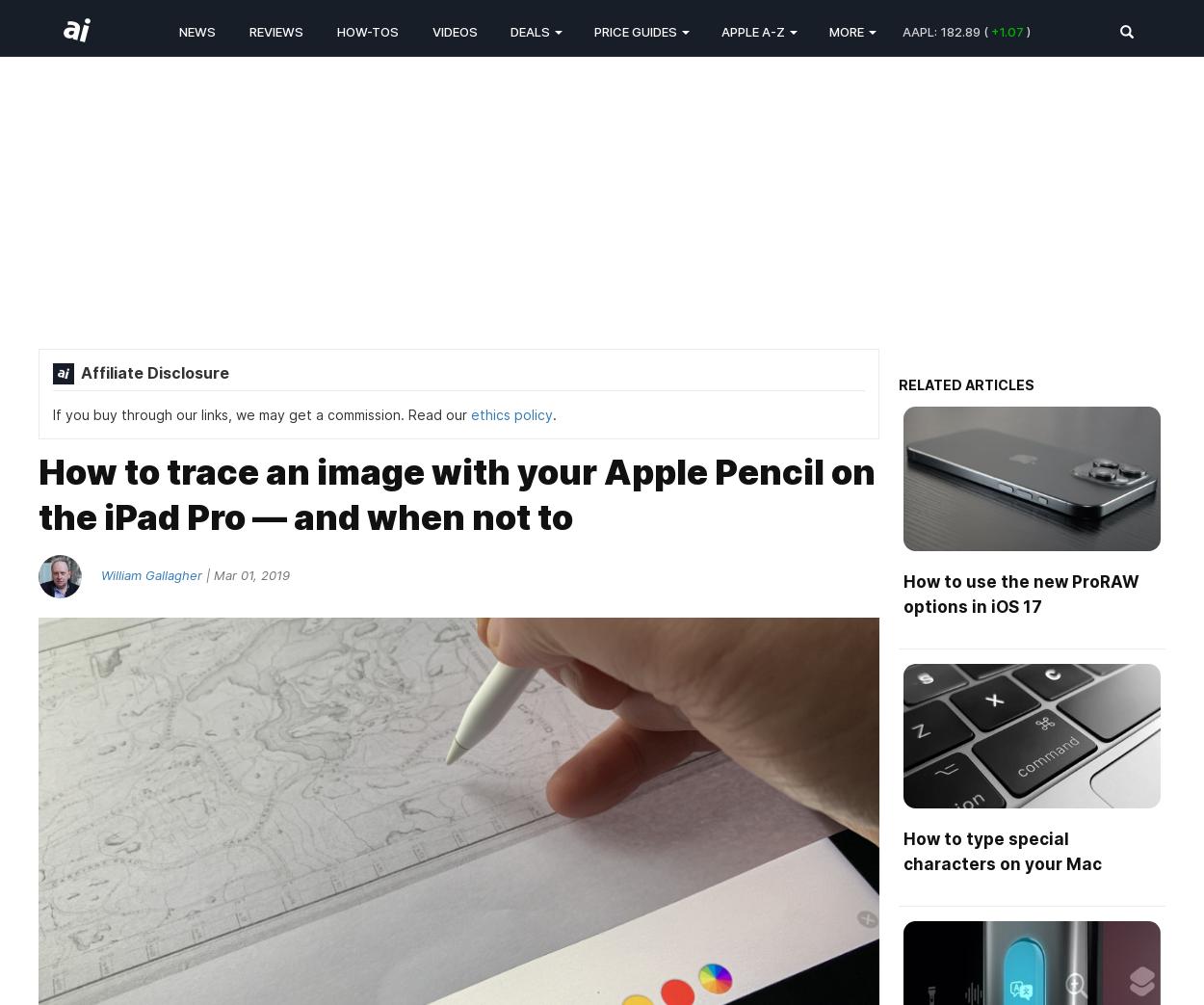  Describe the element at coordinates (262, 414) in the screenshot. I see `'If you buy through our links, we may get a commission. Read our'` at that location.